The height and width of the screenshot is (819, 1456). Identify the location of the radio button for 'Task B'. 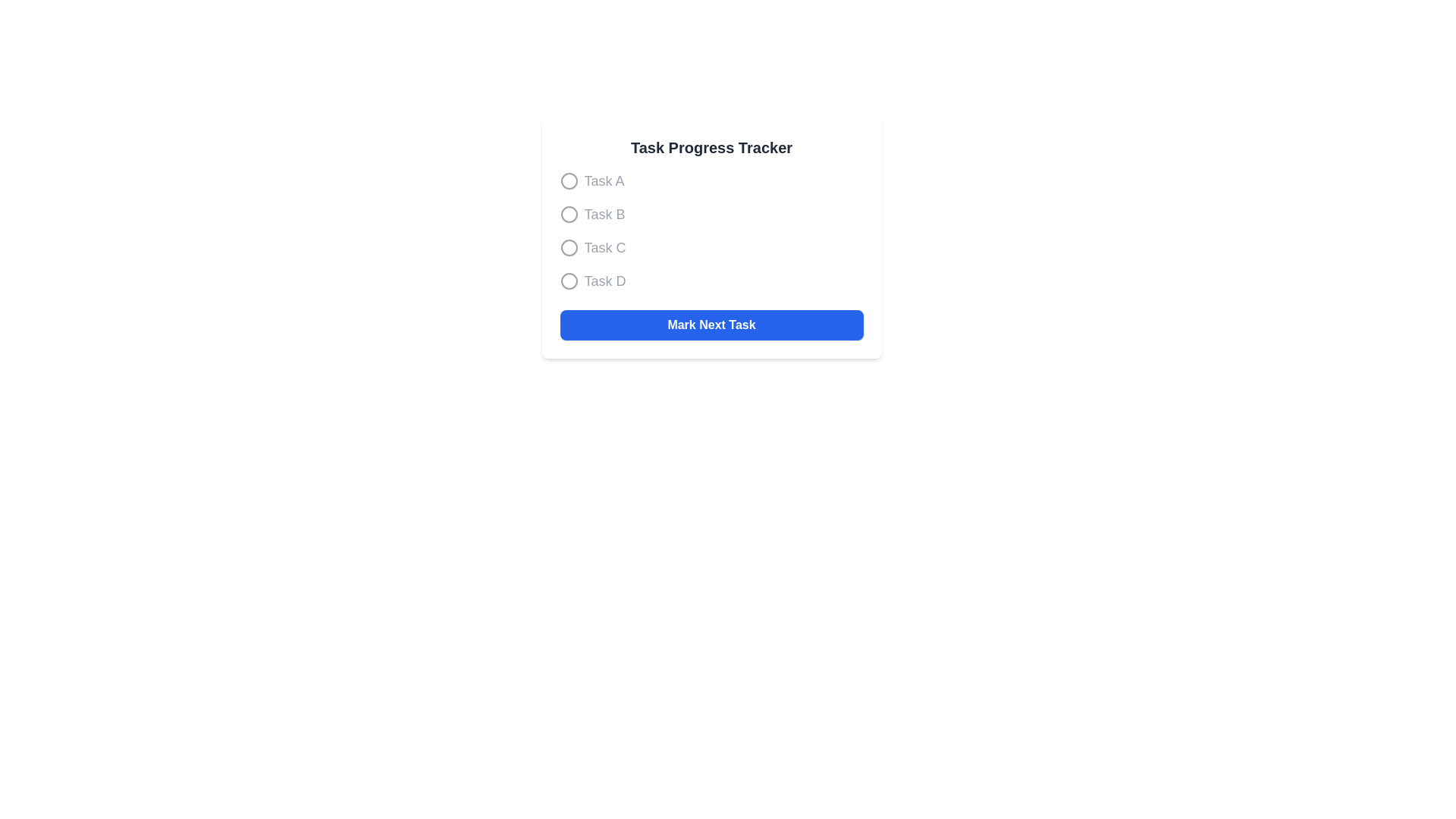
(711, 214).